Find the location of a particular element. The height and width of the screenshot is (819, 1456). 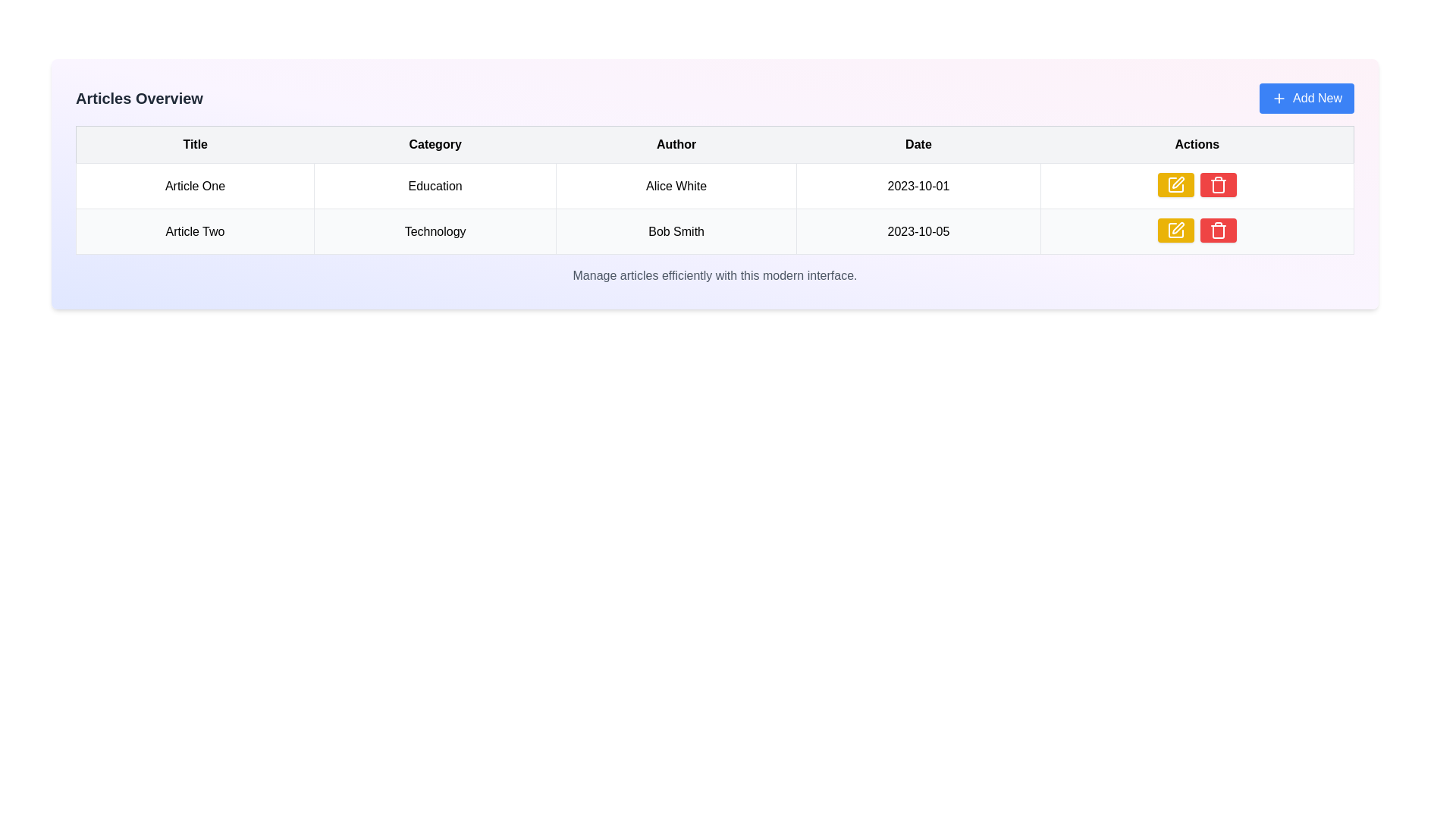

the Table Cell displaying the date value in the fourth column of the first row, located between 'Alice White' and the 'Actions' column is located at coordinates (918, 185).